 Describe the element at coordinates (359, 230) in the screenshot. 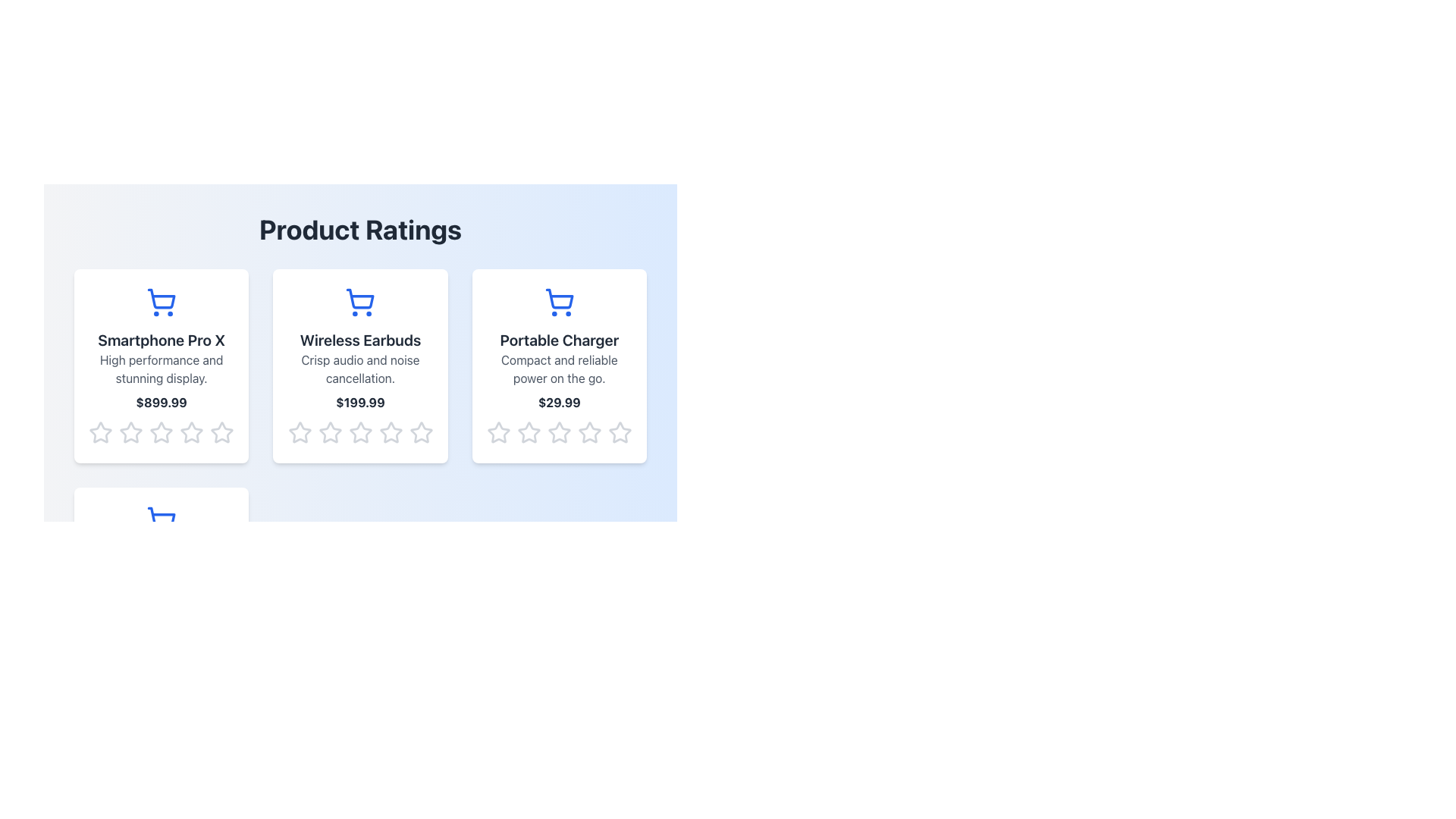

I see `the section title` at that location.